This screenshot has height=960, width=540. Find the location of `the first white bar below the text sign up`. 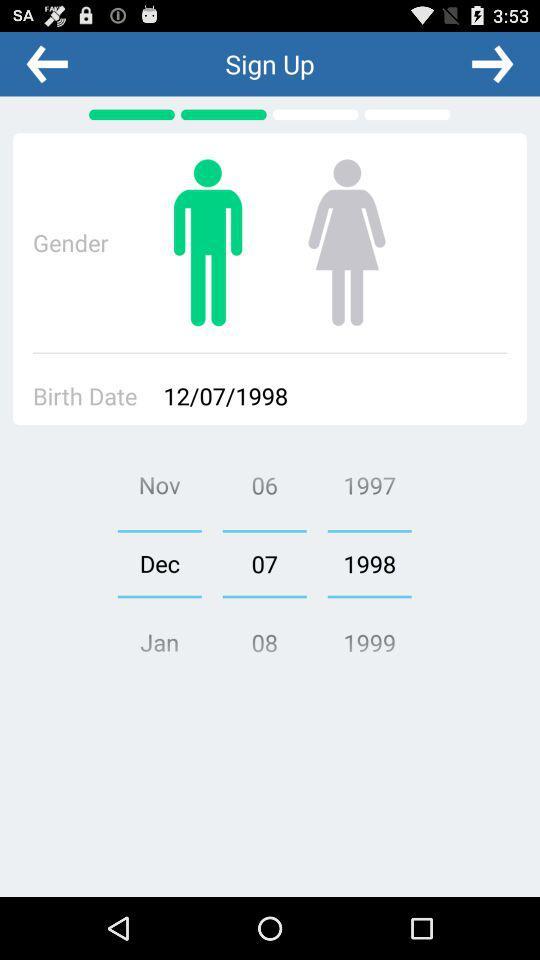

the first white bar below the text sign up is located at coordinates (316, 114).